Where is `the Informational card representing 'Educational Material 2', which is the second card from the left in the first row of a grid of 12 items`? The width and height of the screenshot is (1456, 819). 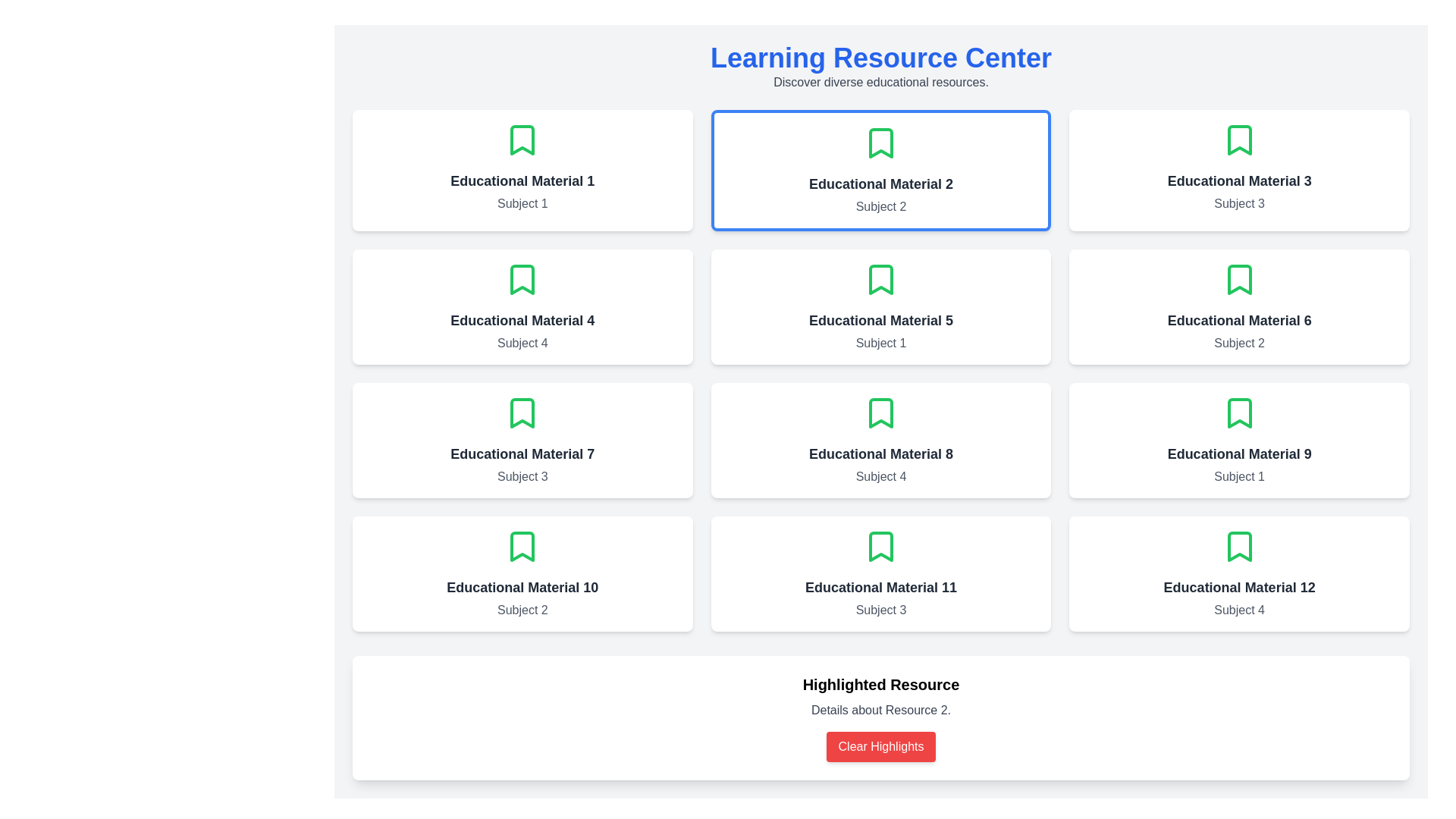
the Informational card representing 'Educational Material 2', which is the second card from the left in the first row of a grid of 12 items is located at coordinates (880, 170).